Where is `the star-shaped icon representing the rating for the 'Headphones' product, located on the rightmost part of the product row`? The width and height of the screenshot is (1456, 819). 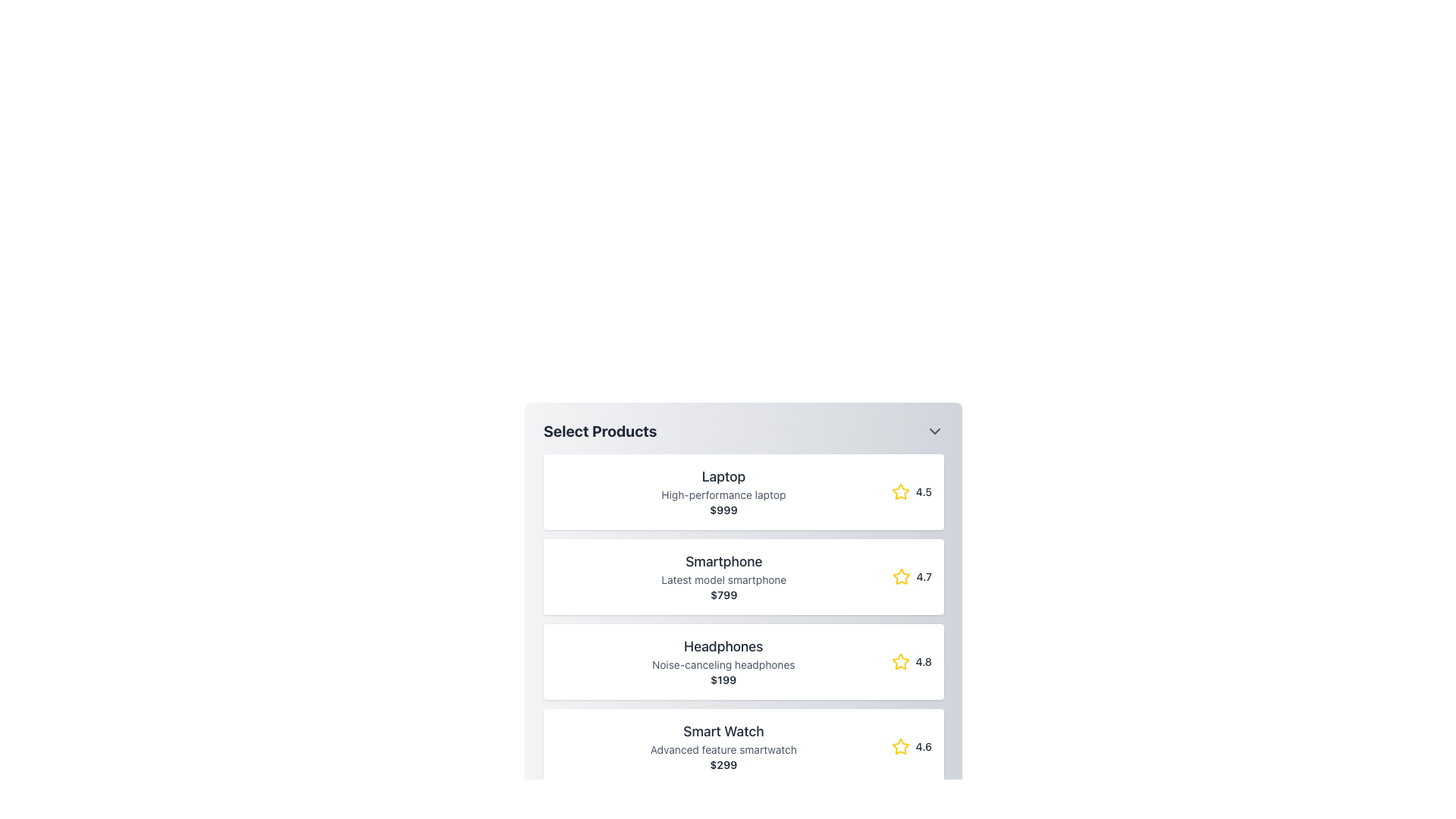
the star-shaped icon representing the rating for the 'Headphones' product, located on the rightmost part of the product row is located at coordinates (900, 661).